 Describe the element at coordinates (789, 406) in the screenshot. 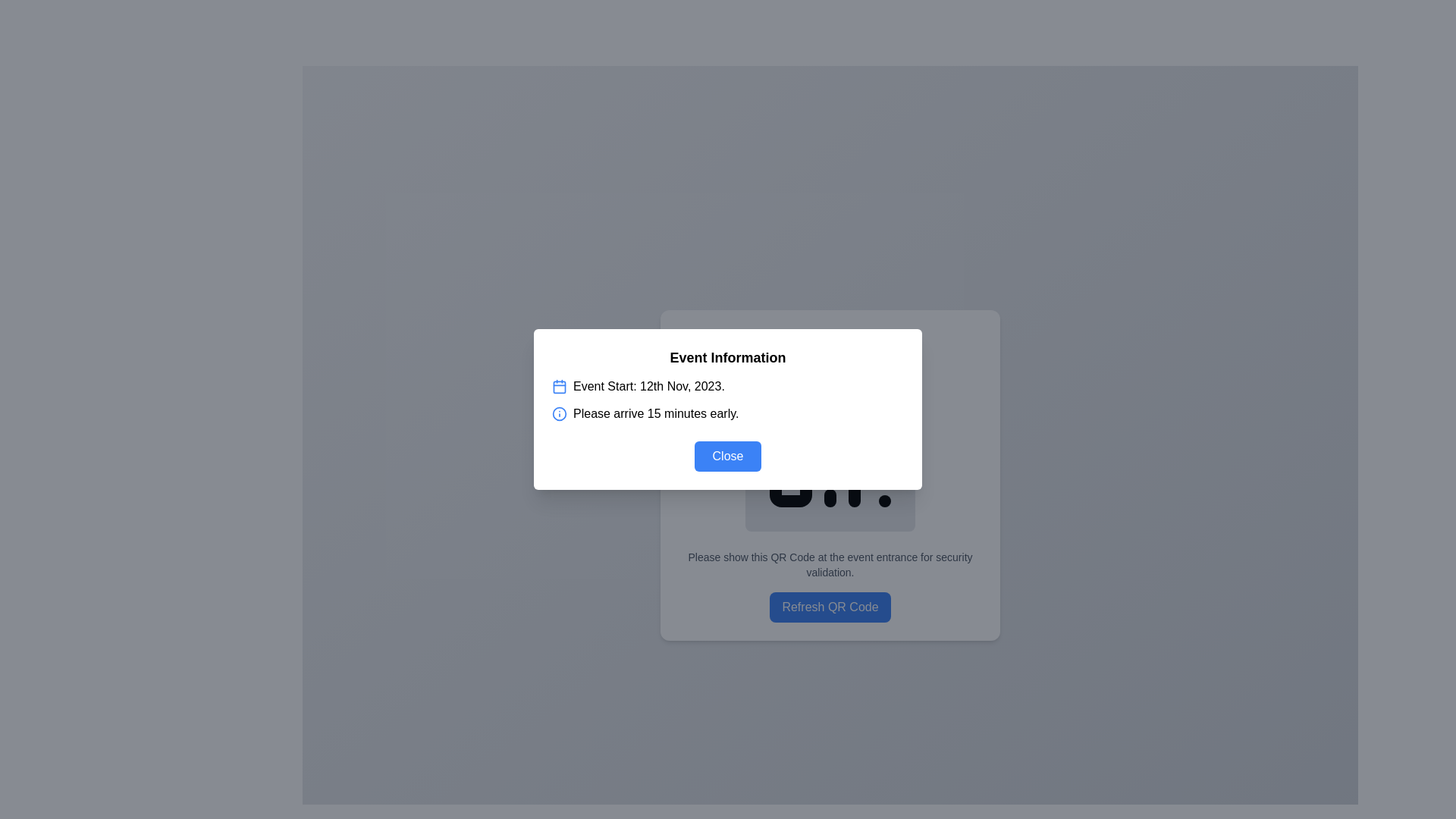

I see `the top-left corner square of the QR code, which is a small square with rounded corners and is positioned to the left of a similar square` at that location.